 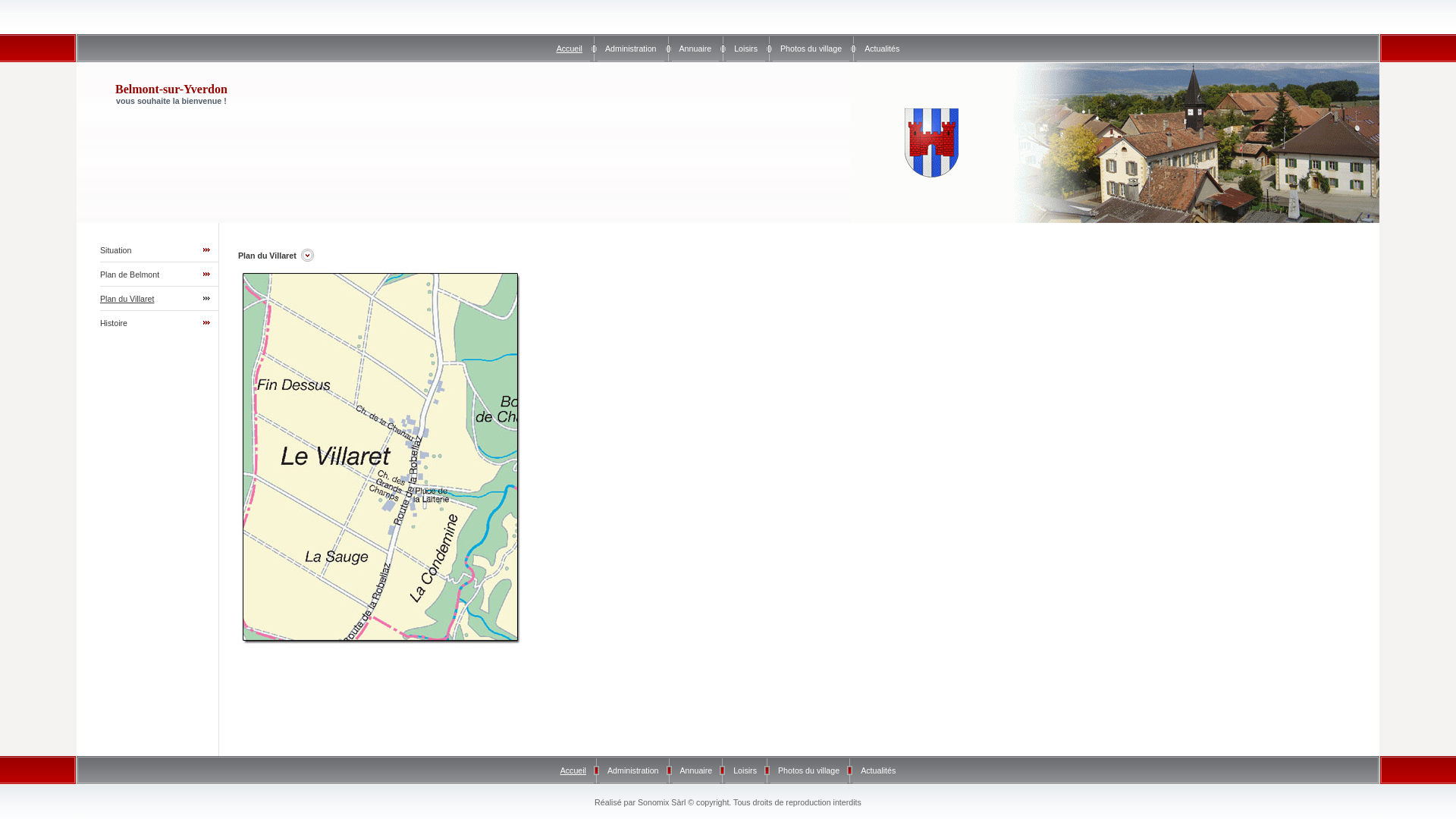 I want to click on 'Administration', so click(x=607, y=770).